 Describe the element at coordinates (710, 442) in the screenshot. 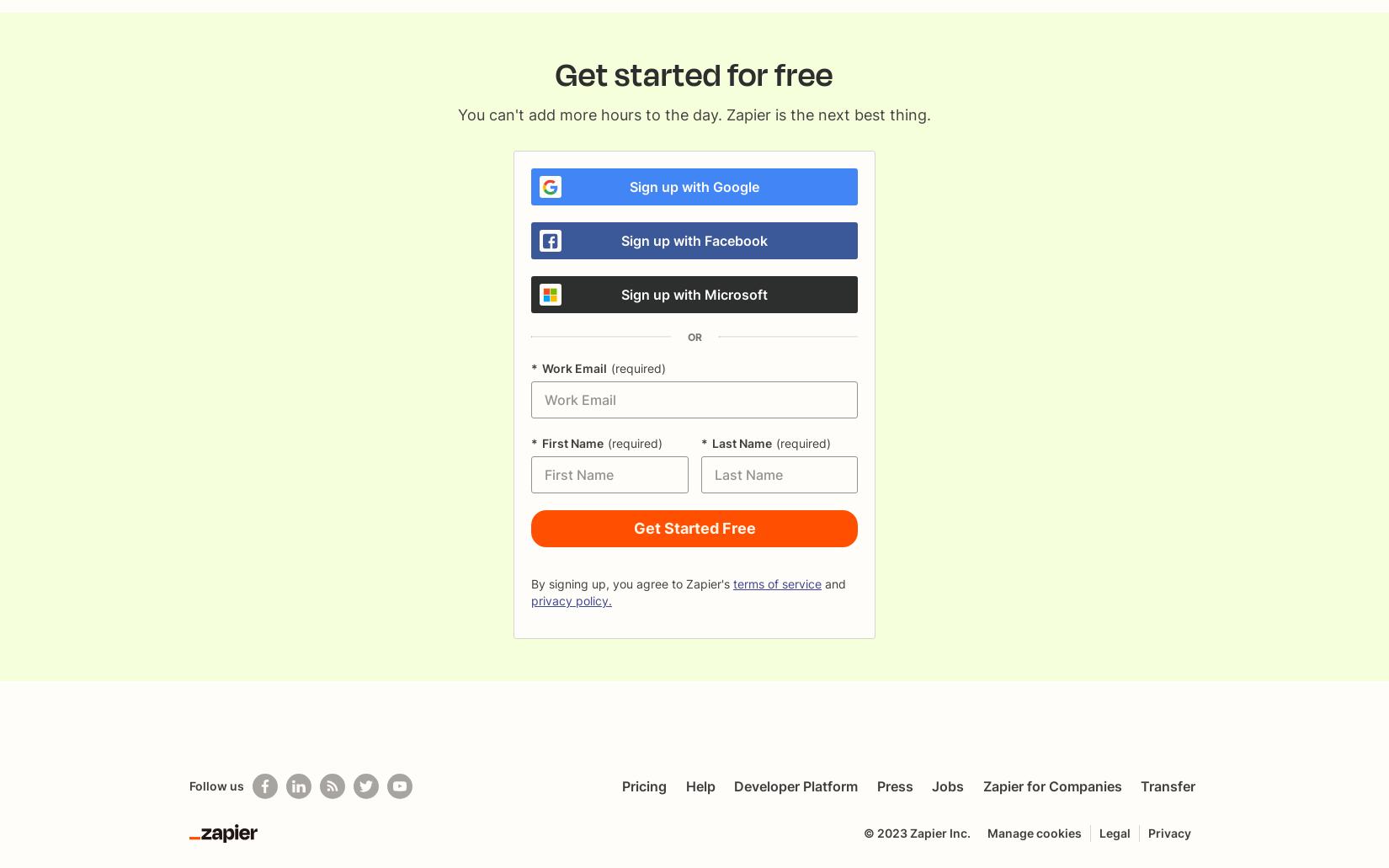

I see `'Last Name'` at that location.